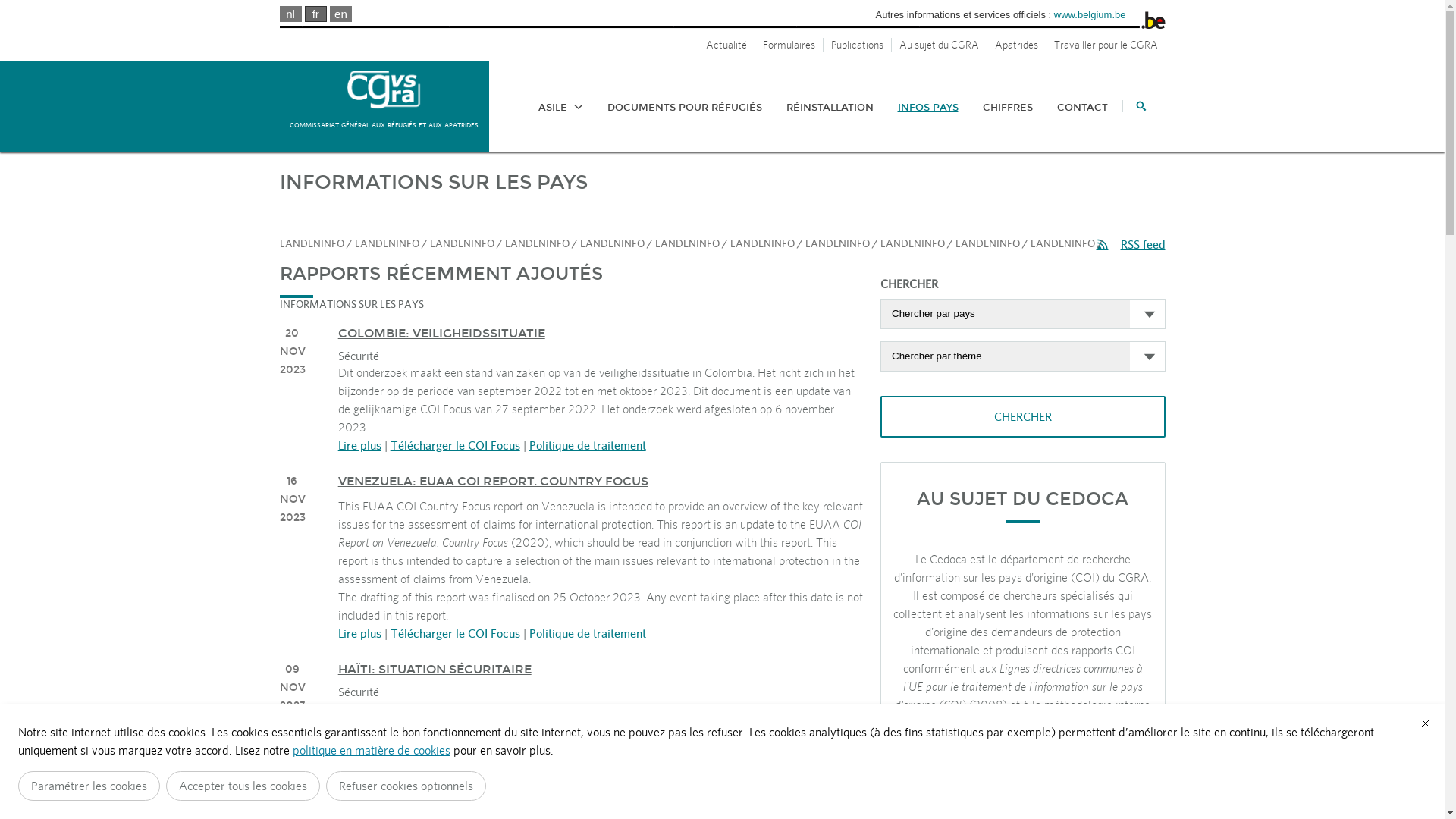 The image size is (1456, 819). I want to click on 'CONTACT', so click(1081, 106).